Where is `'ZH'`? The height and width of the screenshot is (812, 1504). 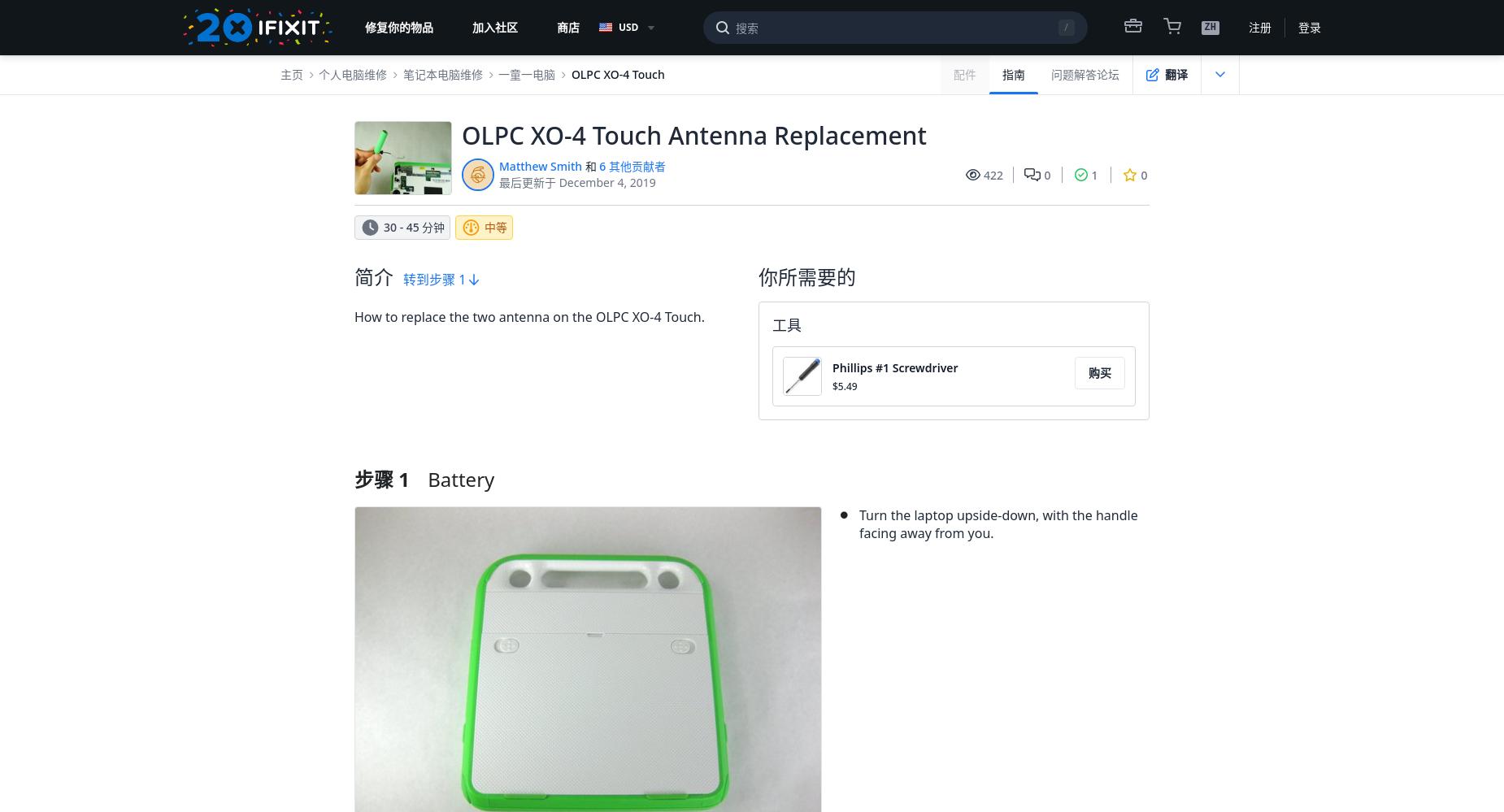 'ZH' is located at coordinates (1210, 26).